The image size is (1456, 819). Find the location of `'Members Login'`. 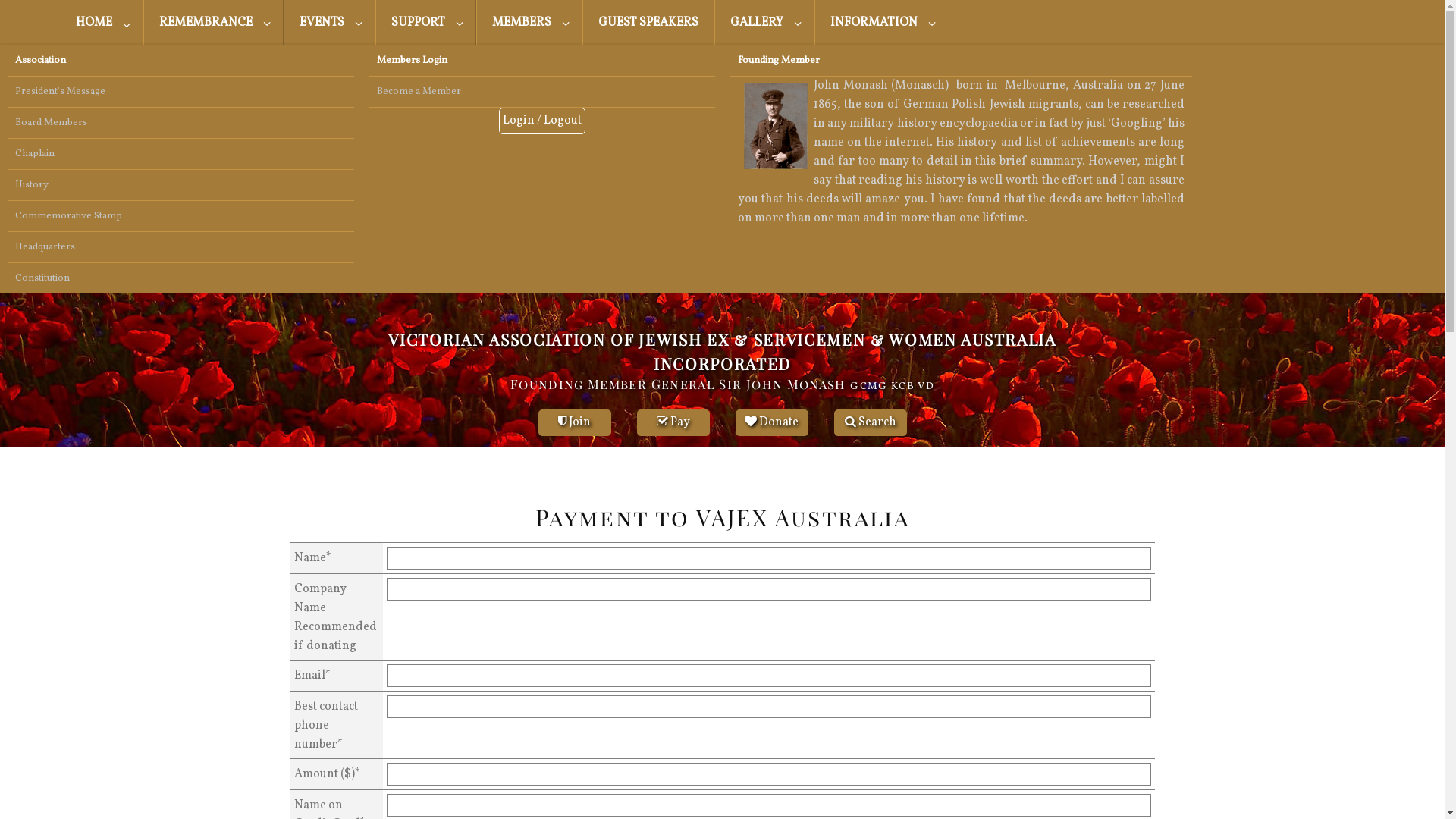

'Members Login' is located at coordinates (359, 60).